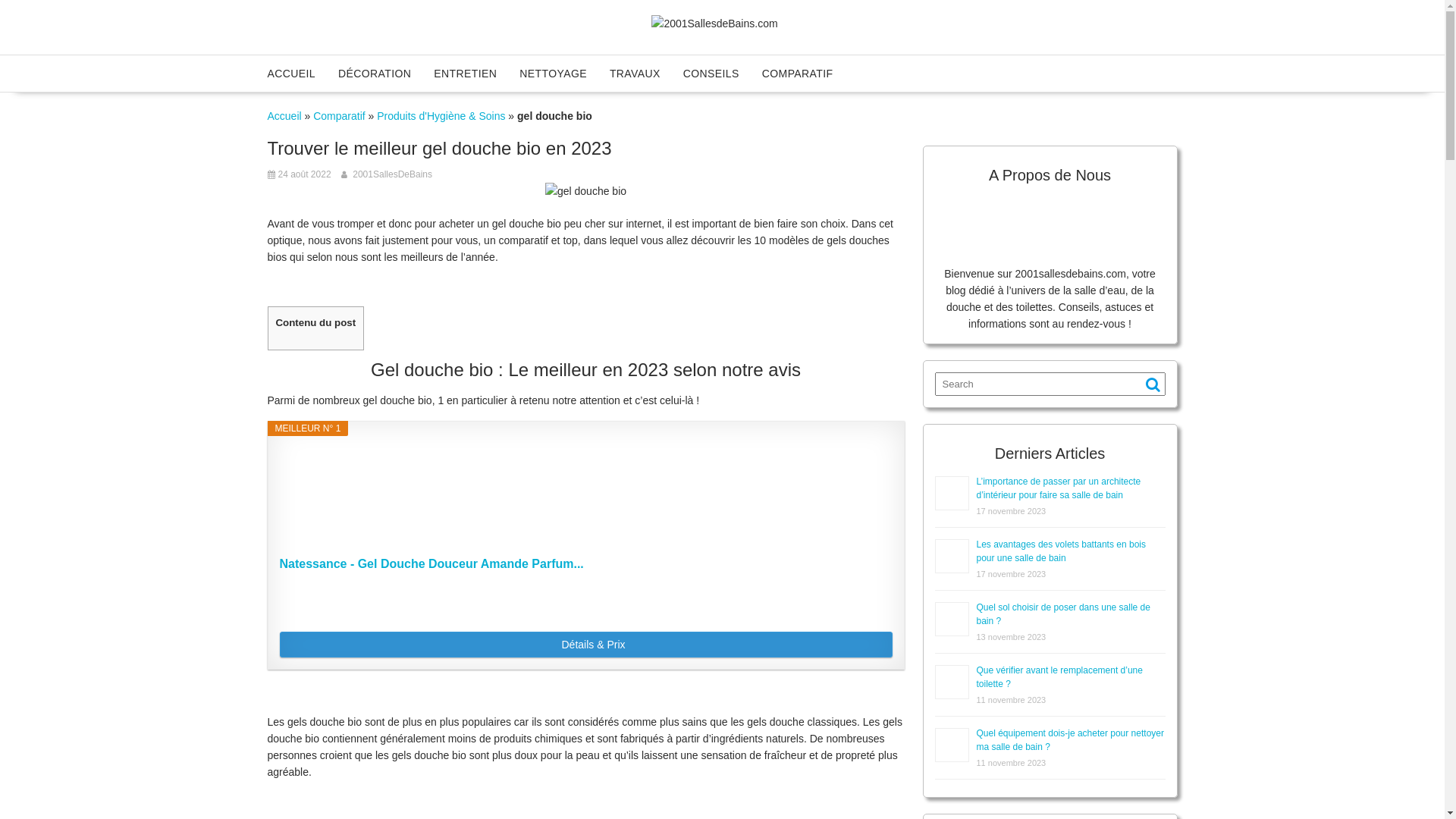 This screenshot has height=819, width=1456. I want to click on 'COMPARATIF', so click(796, 73).